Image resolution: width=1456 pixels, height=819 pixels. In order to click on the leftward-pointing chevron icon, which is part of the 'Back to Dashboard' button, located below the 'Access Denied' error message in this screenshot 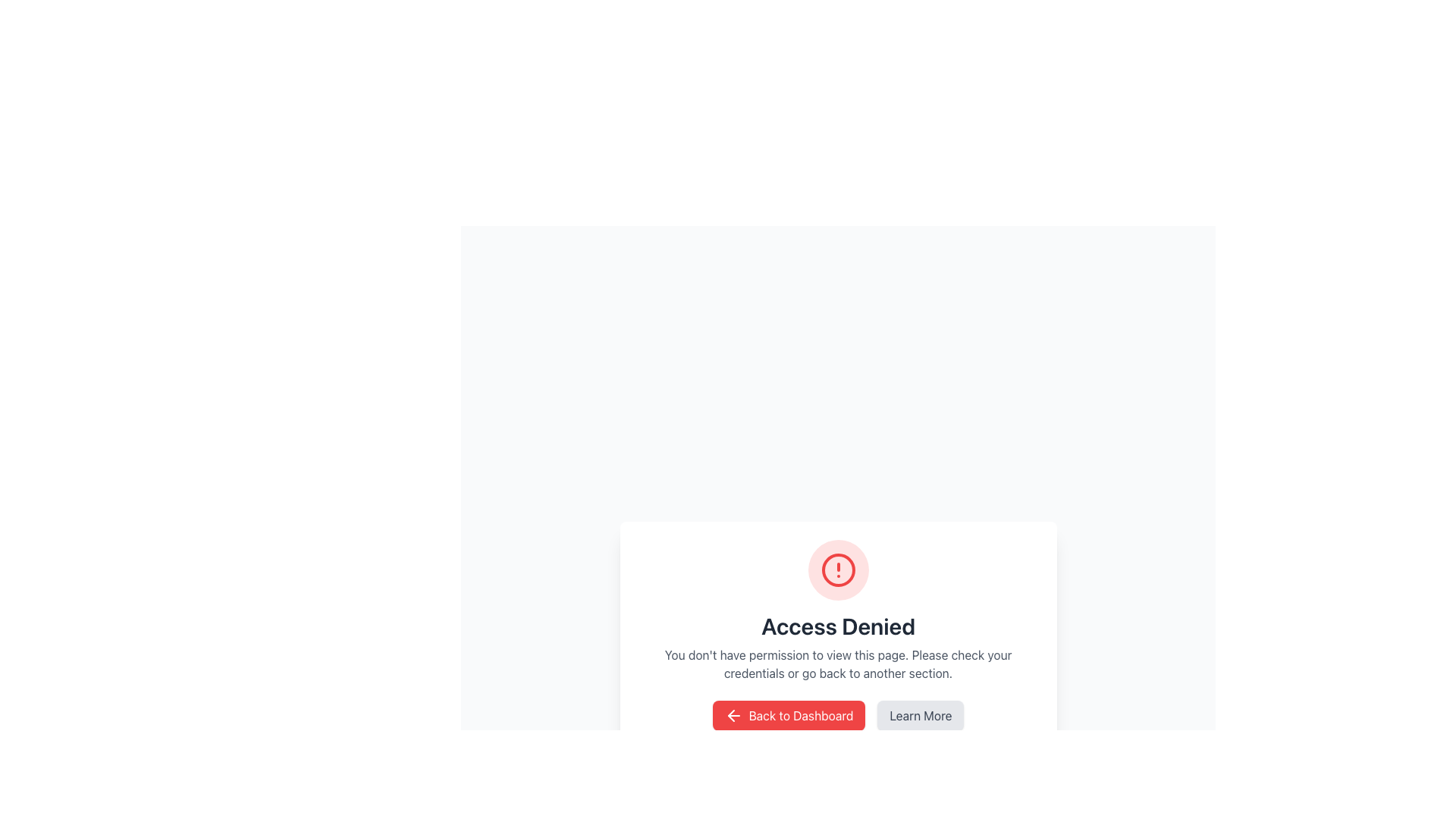, I will do `click(733, 716)`.